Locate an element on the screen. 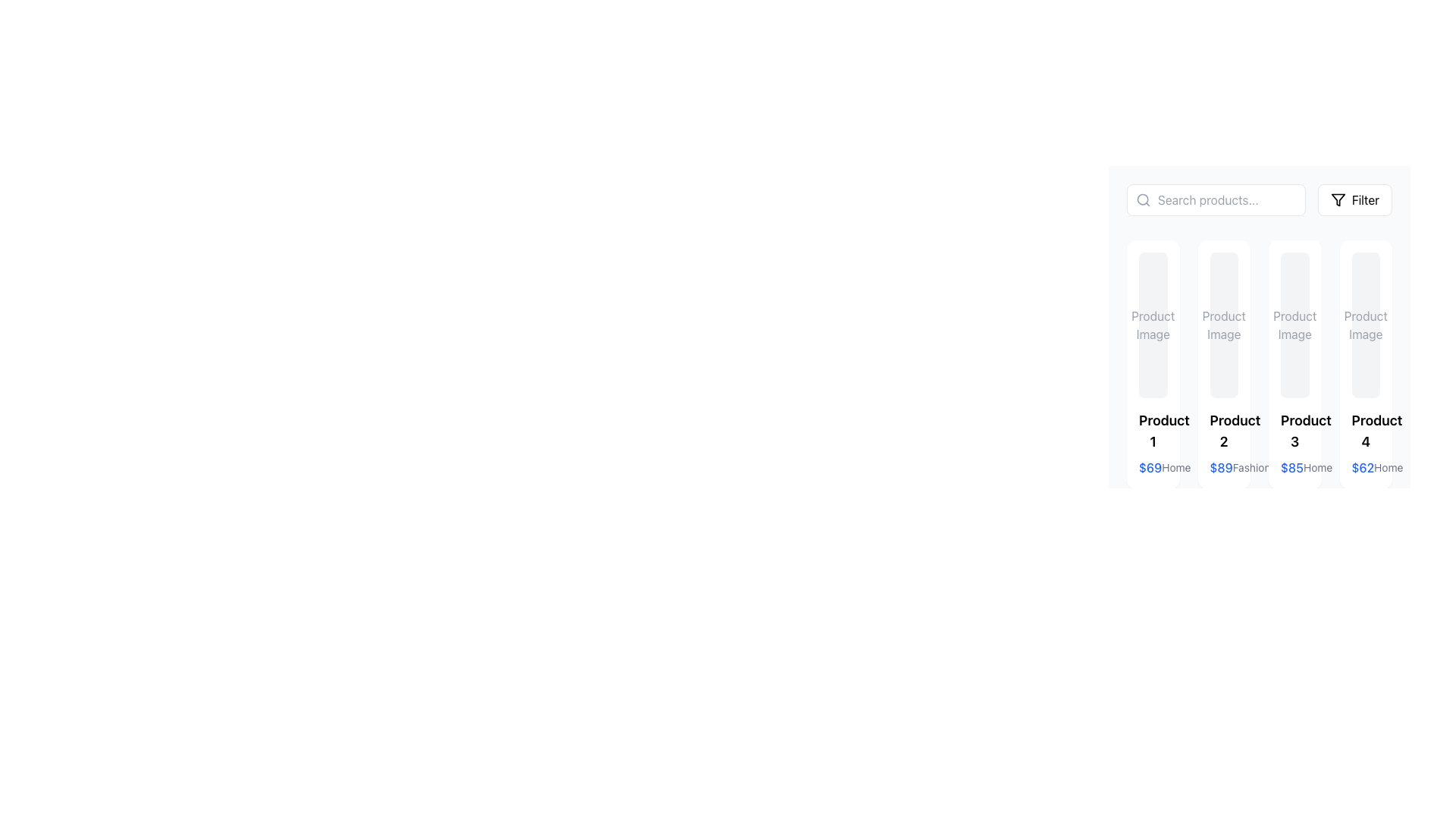 This screenshot has width=1456, height=819. pricing and category information from the Text Label displaying '$89' and 'Fashion', which is located below the 'Product 2' title in the second column of products is located at coordinates (1224, 467).